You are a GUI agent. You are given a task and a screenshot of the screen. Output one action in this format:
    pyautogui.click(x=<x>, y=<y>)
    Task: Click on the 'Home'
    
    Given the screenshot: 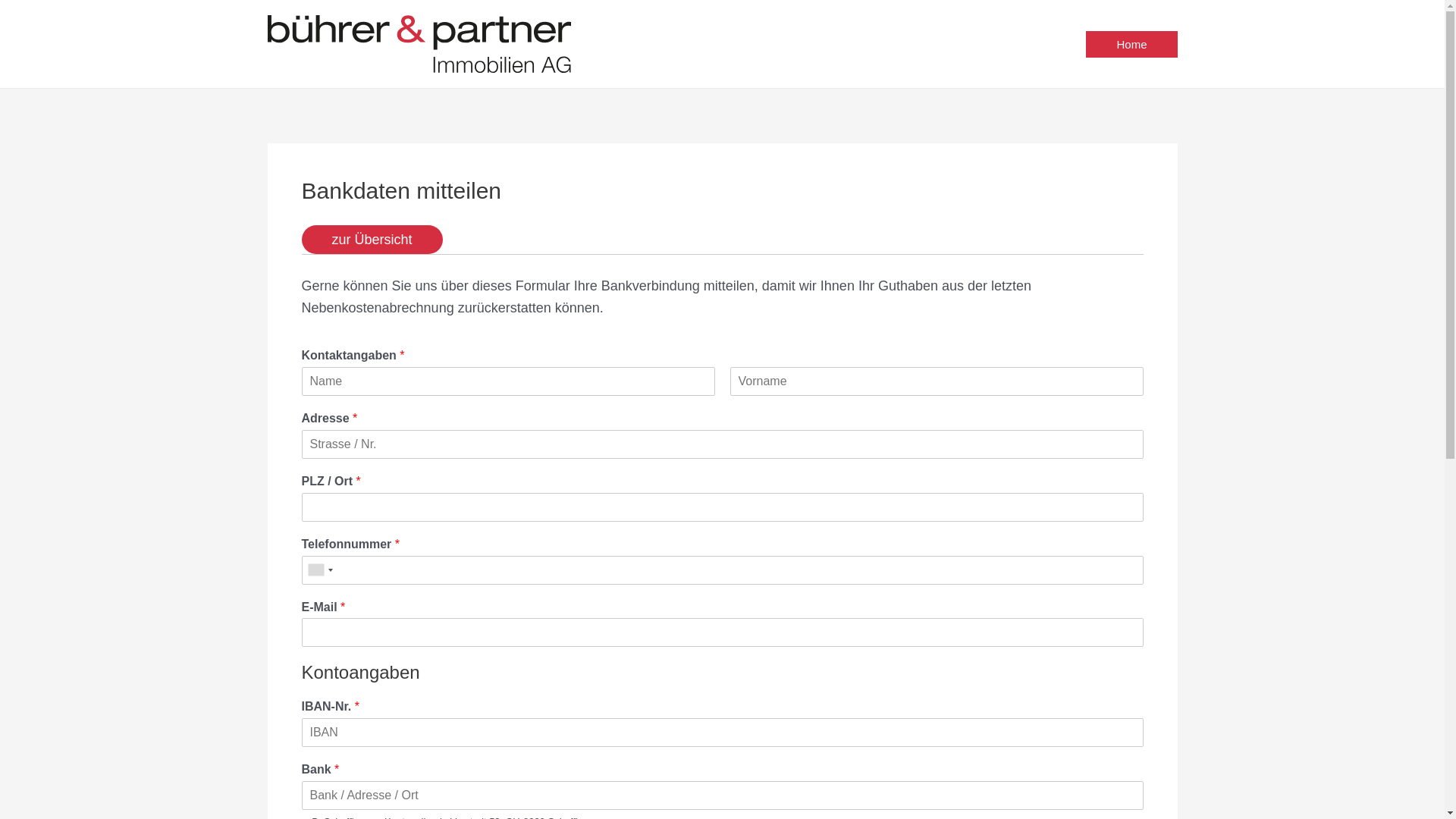 What is the action you would take?
    pyautogui.click(x=1084, y=42)
    